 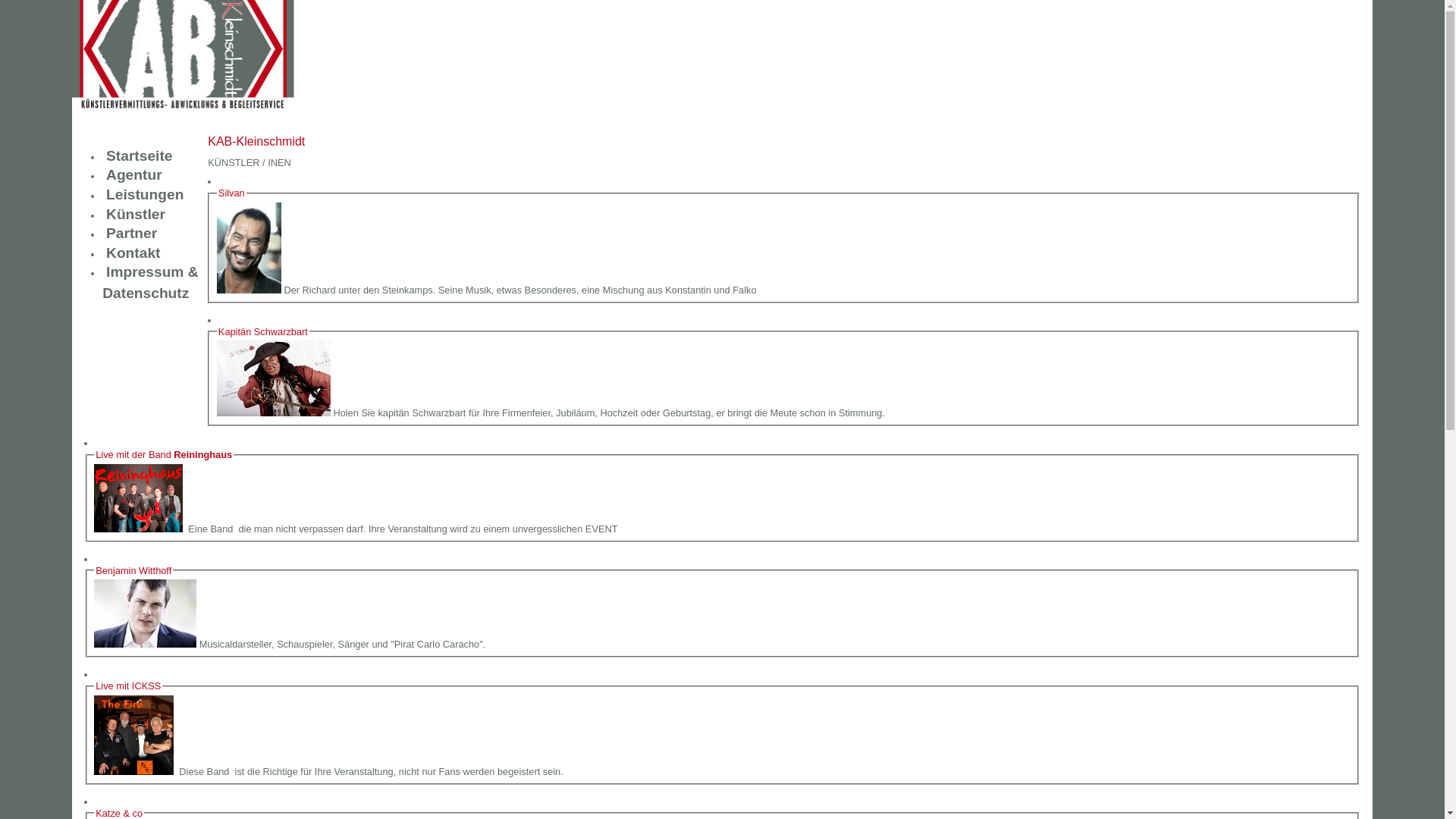 What do you see at coordinates (134, 174) in the screenshot?
I see `'Agentur'` at bounding box center [134, 174].